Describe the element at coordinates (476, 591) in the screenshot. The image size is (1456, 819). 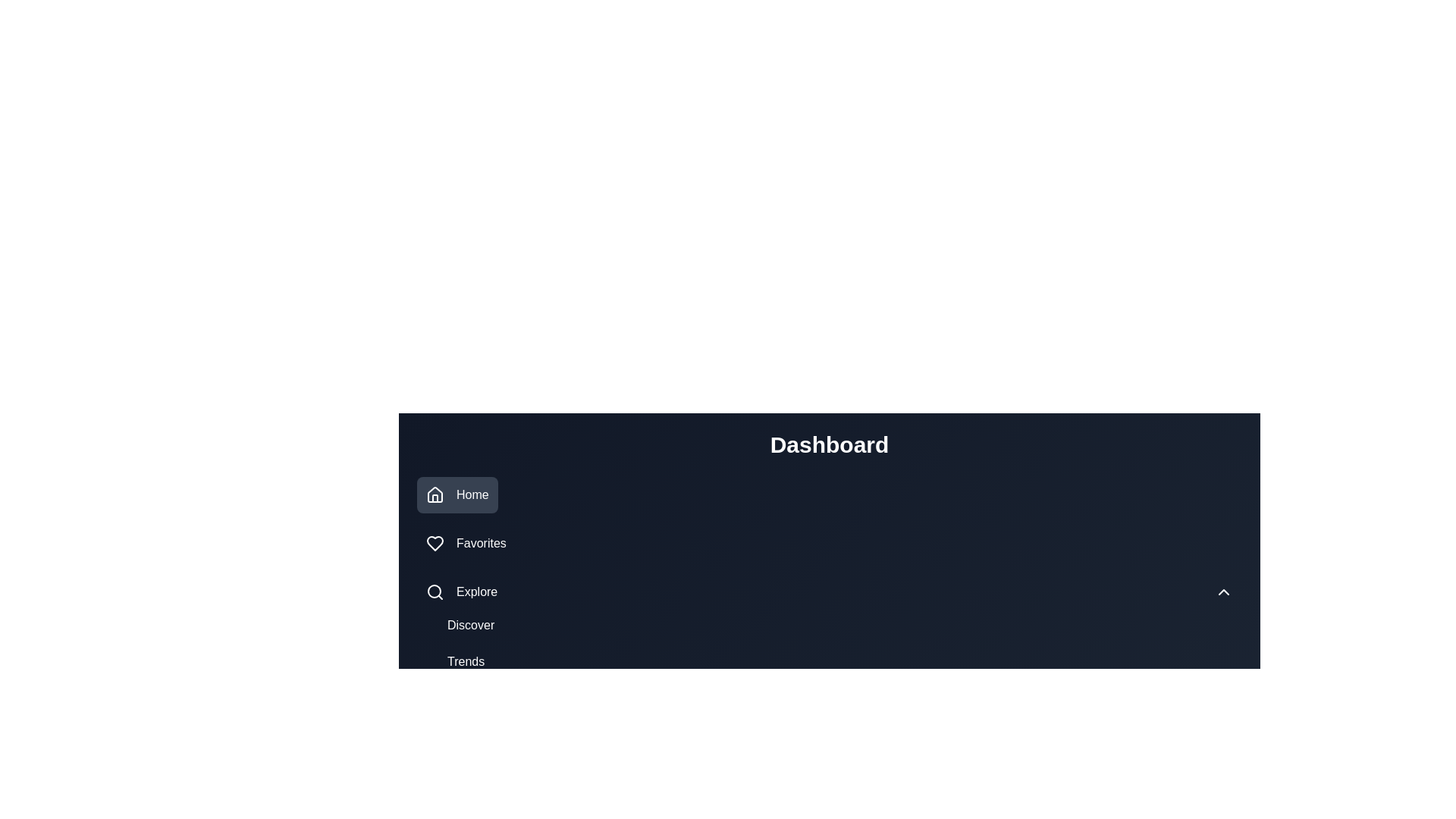
I see `the 'Explore' text label in the vertical navigation bar that is part of a search button group with a magnifying glass icon to its left` at that location.